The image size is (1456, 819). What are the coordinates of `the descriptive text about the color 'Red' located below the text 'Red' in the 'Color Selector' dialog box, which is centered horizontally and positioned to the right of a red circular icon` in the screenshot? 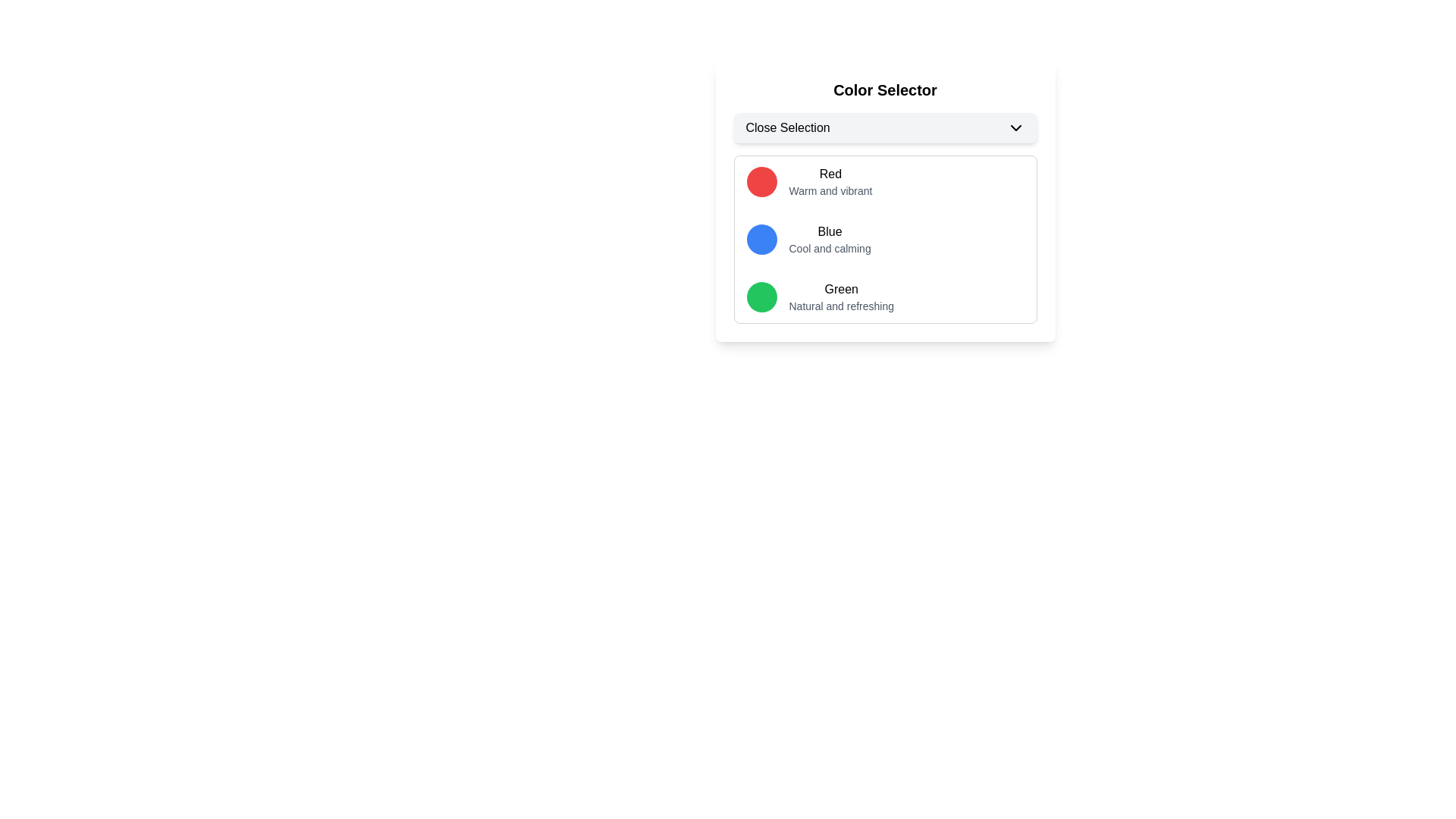 It's located at (830, 190).